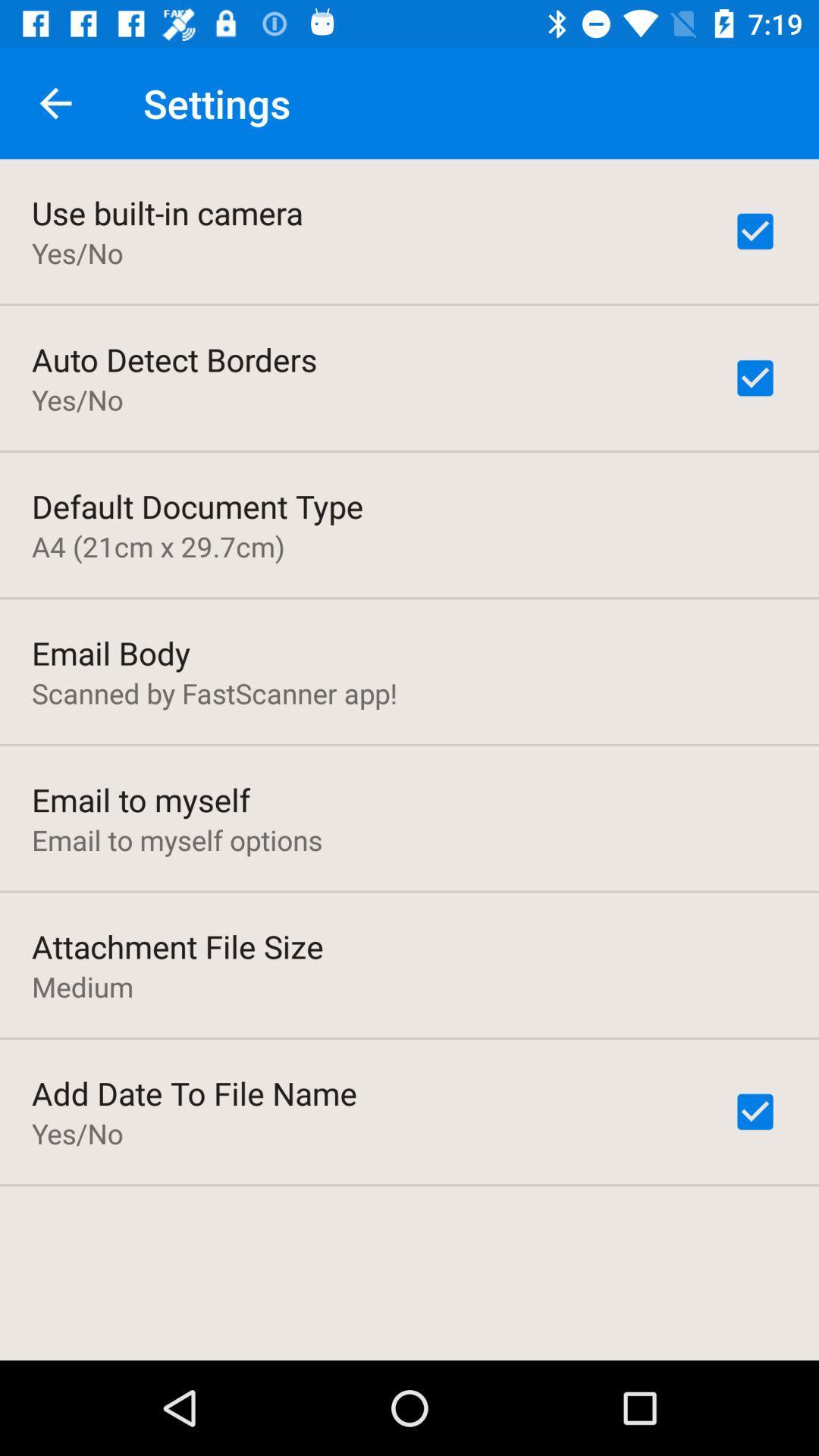 Image resolution: width=819 pixels, height=1456 pixels. What do you see at coordinates (215, 692) in the screenshot?
I see `icon below email body` at bounding box center [215, 692].